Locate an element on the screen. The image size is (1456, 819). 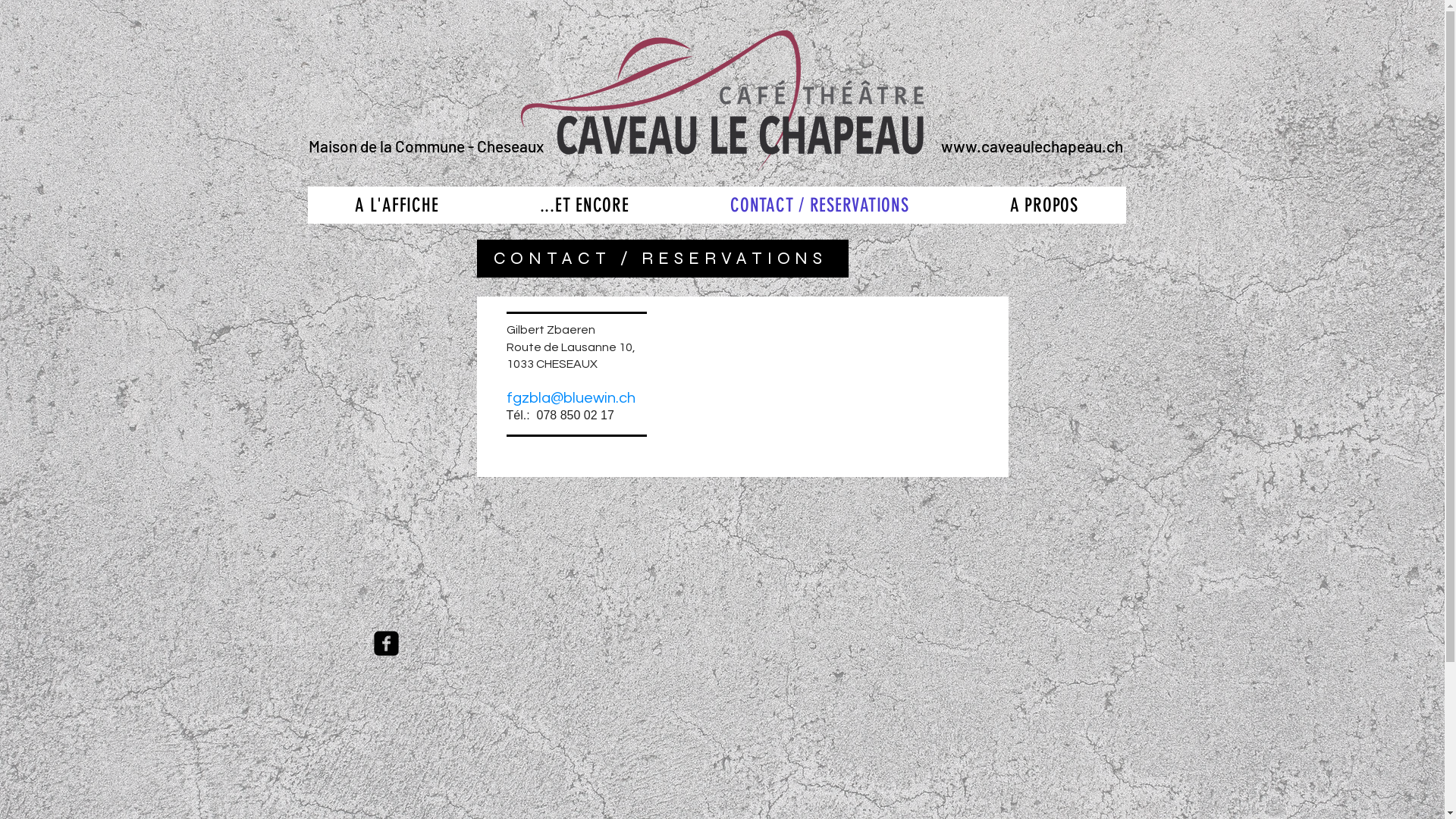
'...ET ENCORE' is located at coordinates (583, 205).